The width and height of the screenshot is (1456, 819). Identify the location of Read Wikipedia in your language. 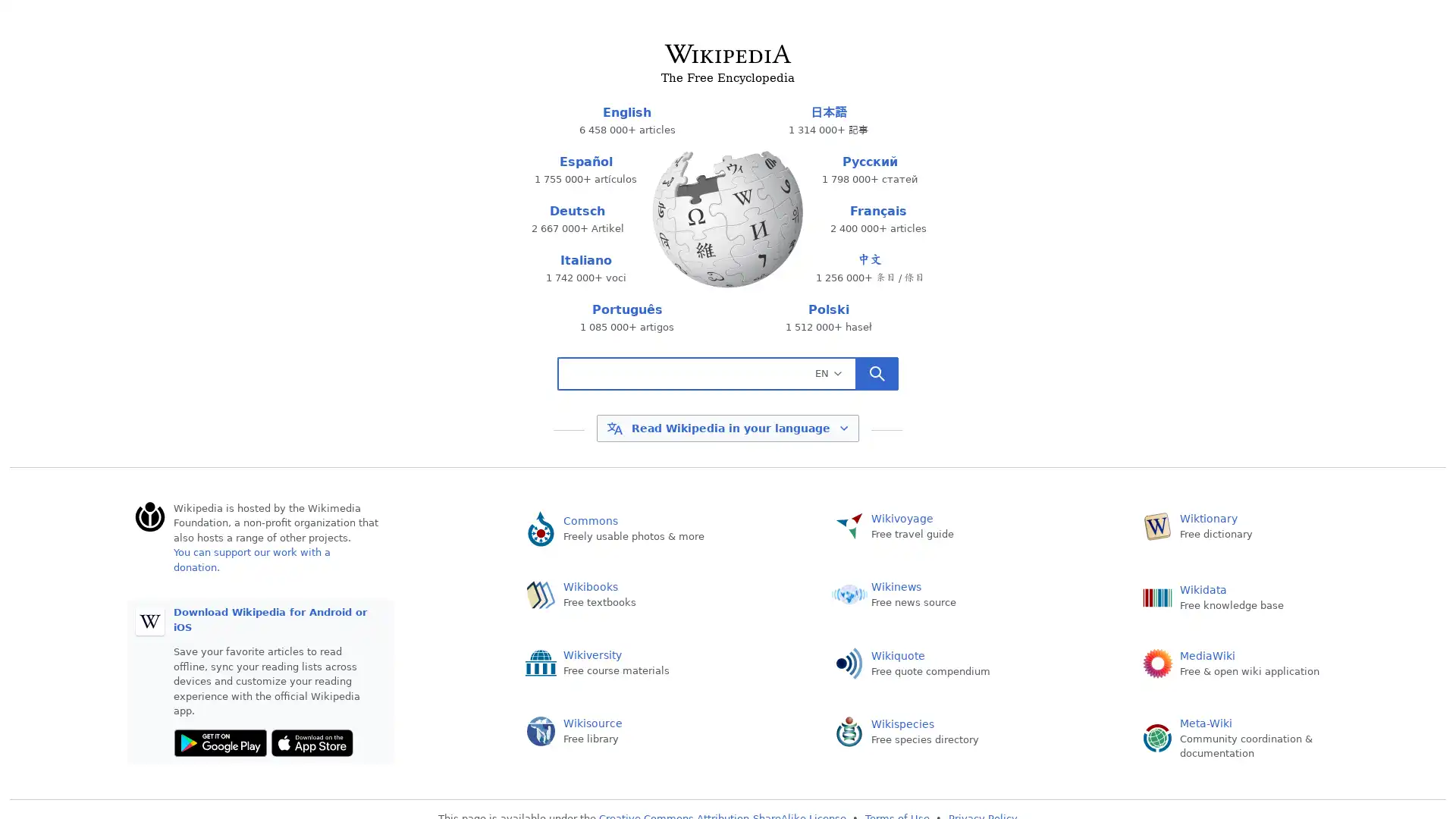
(726, 427).